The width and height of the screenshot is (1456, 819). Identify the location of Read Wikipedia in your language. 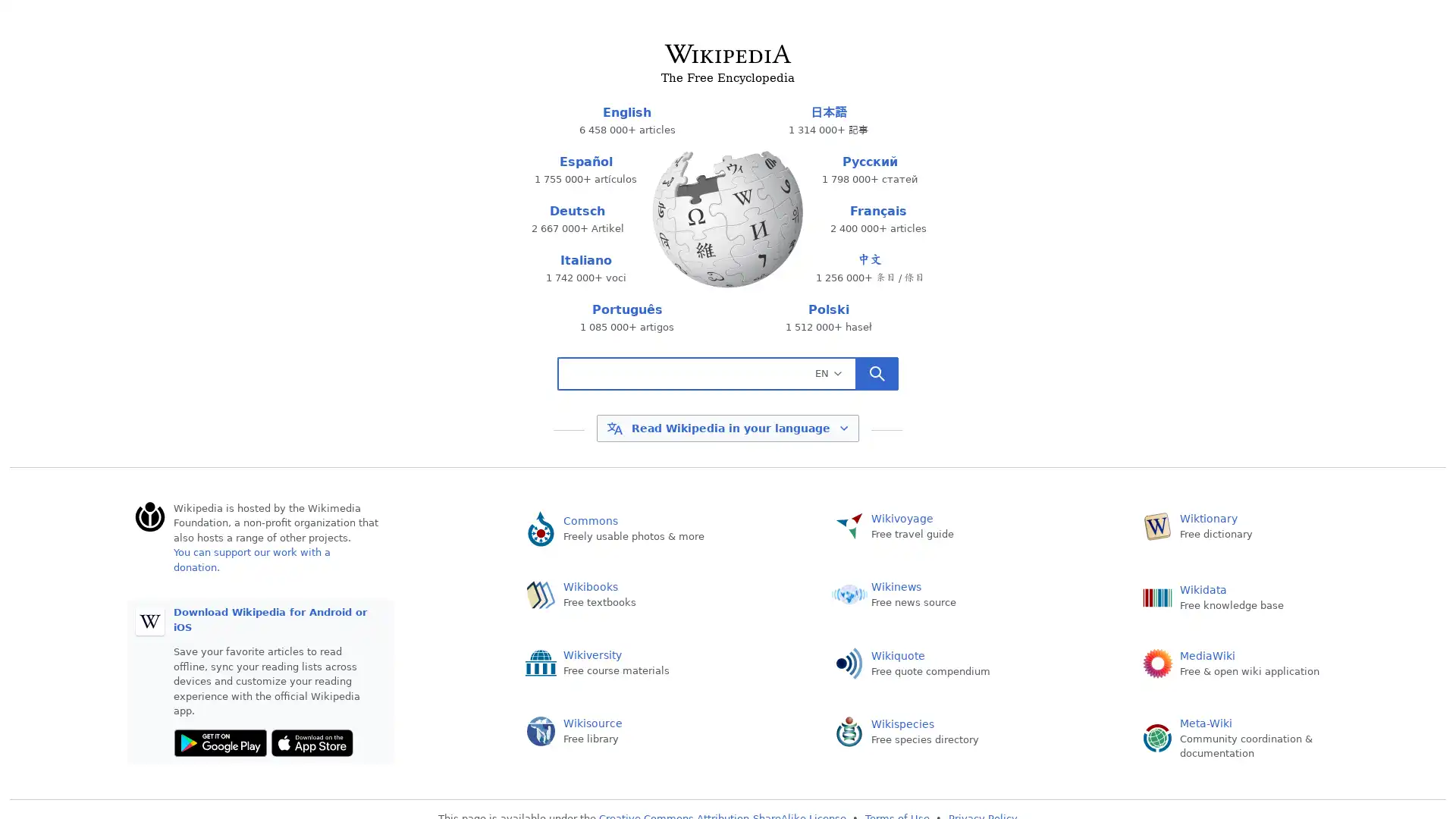
(726, 427).